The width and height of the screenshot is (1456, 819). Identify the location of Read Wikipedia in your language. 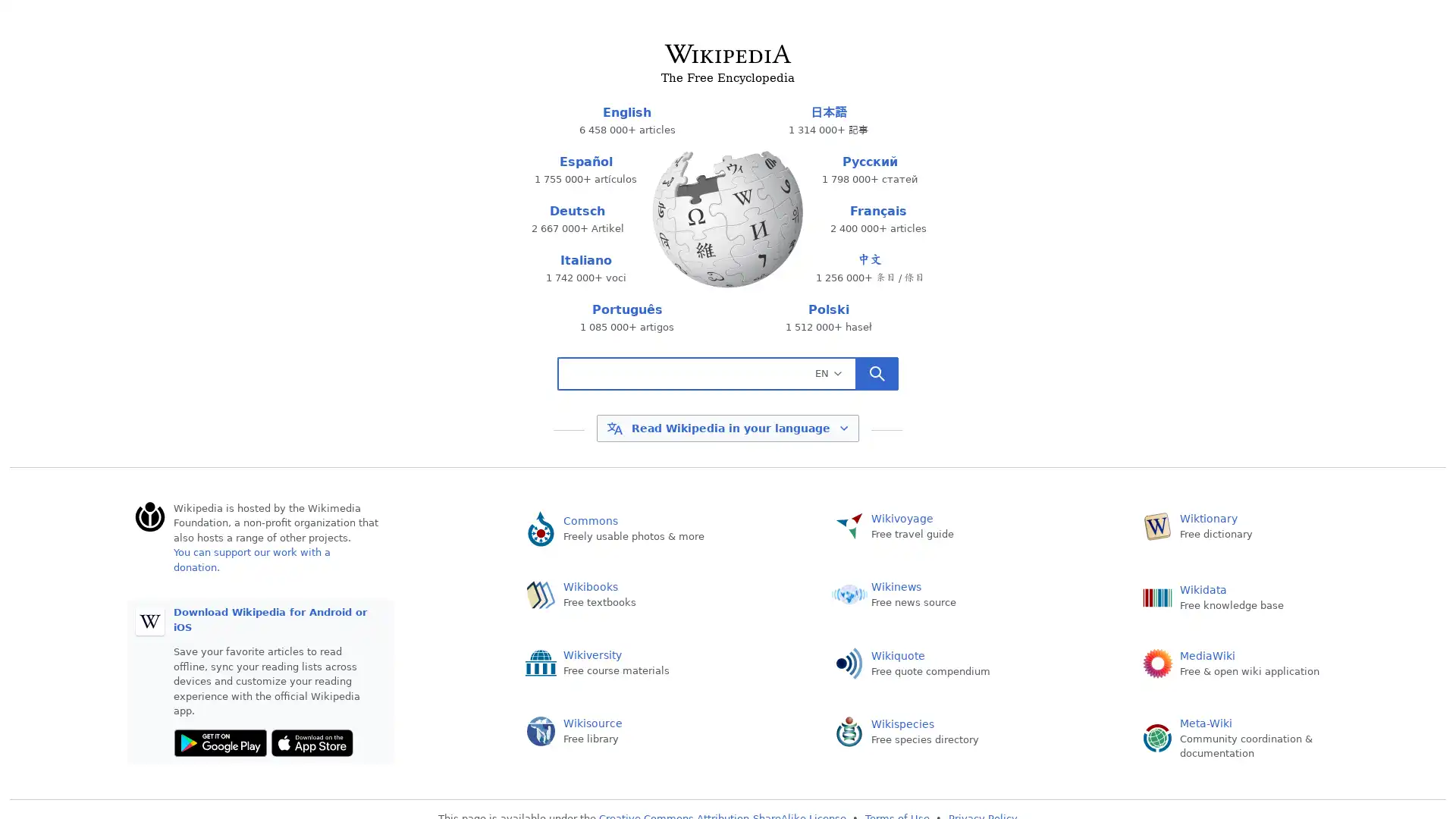
(726, 427).